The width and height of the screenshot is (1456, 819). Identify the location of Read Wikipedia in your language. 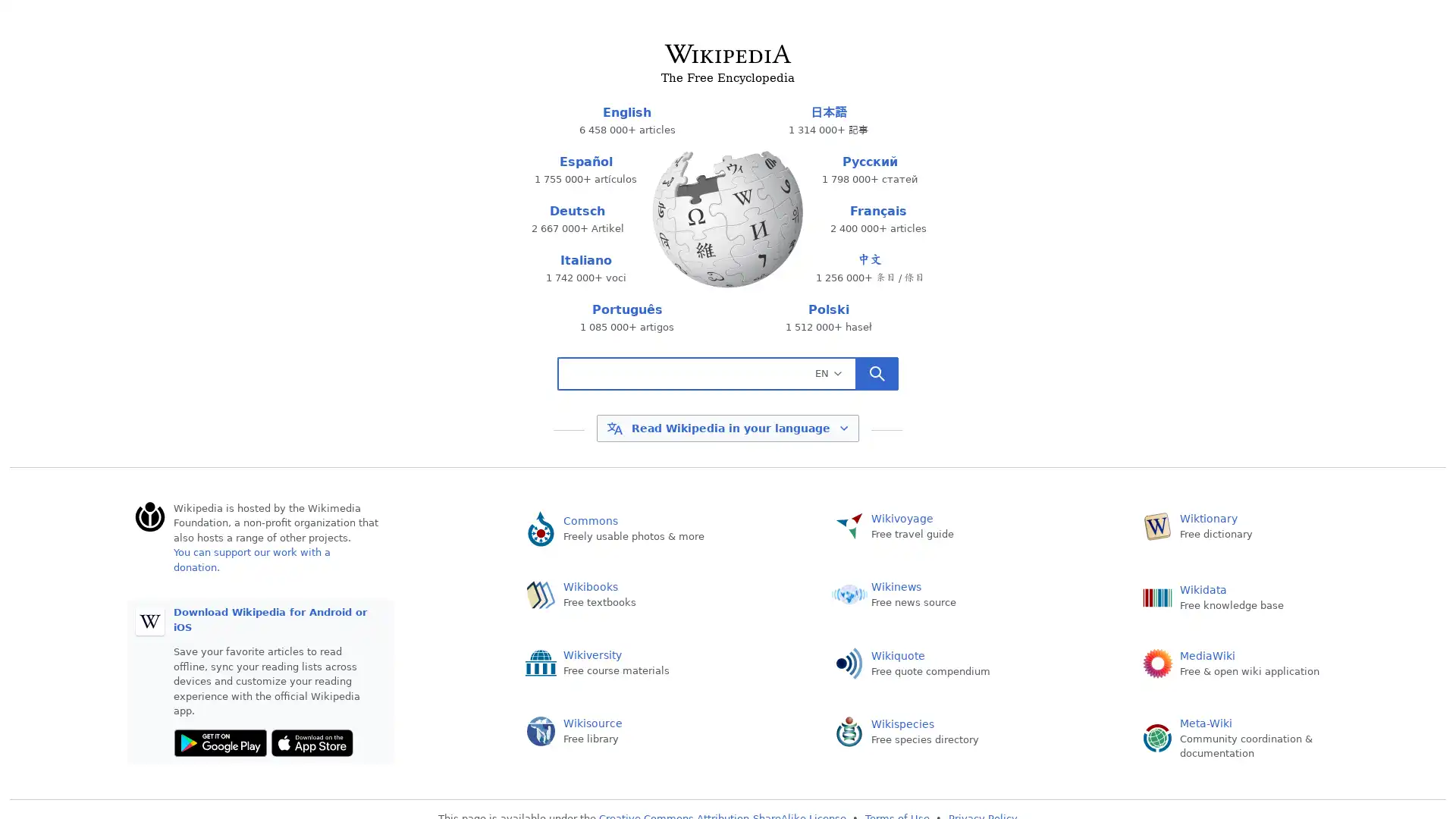
(726, 427).